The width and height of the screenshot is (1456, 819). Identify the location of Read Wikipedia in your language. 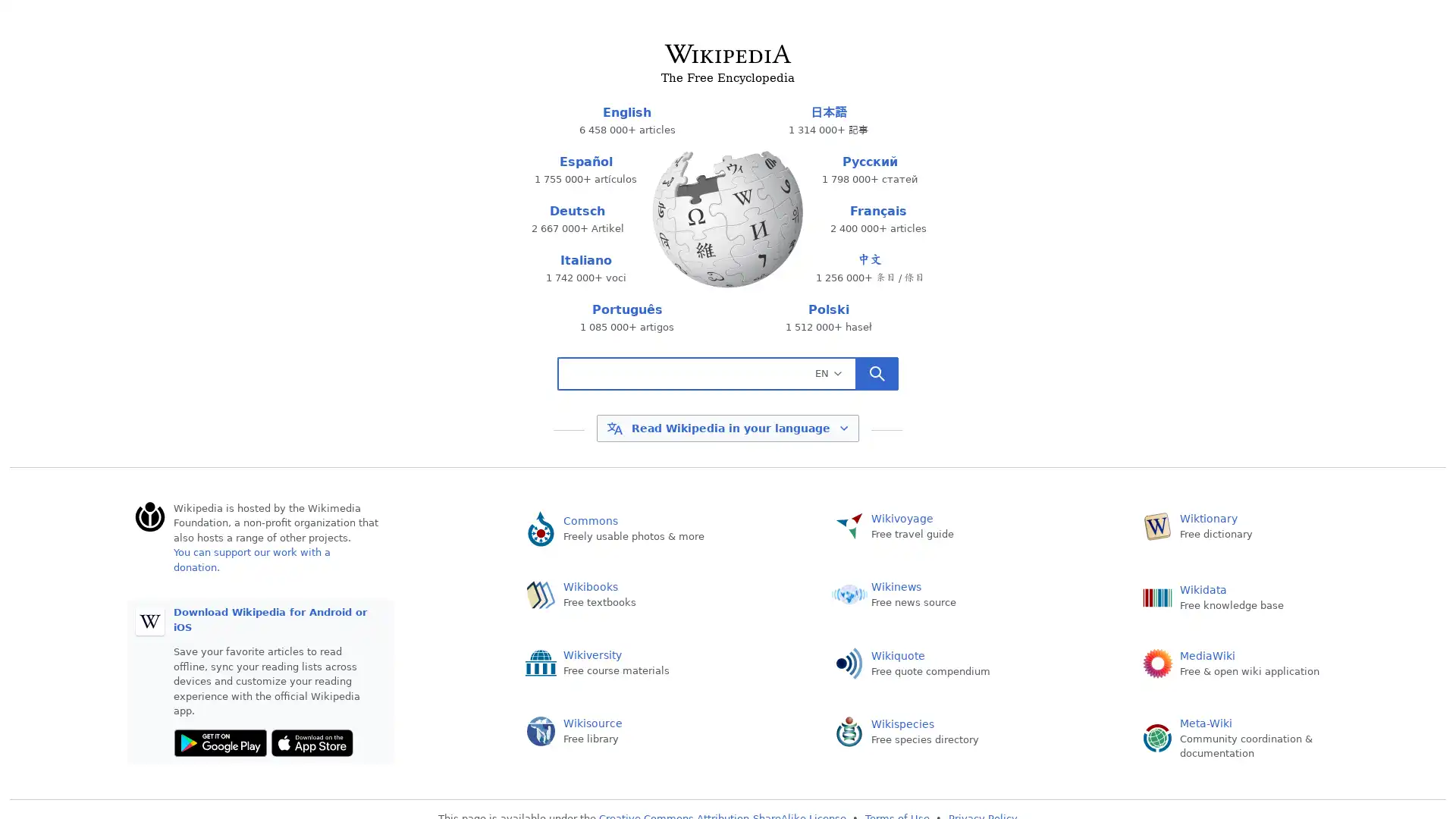
(726, 427).